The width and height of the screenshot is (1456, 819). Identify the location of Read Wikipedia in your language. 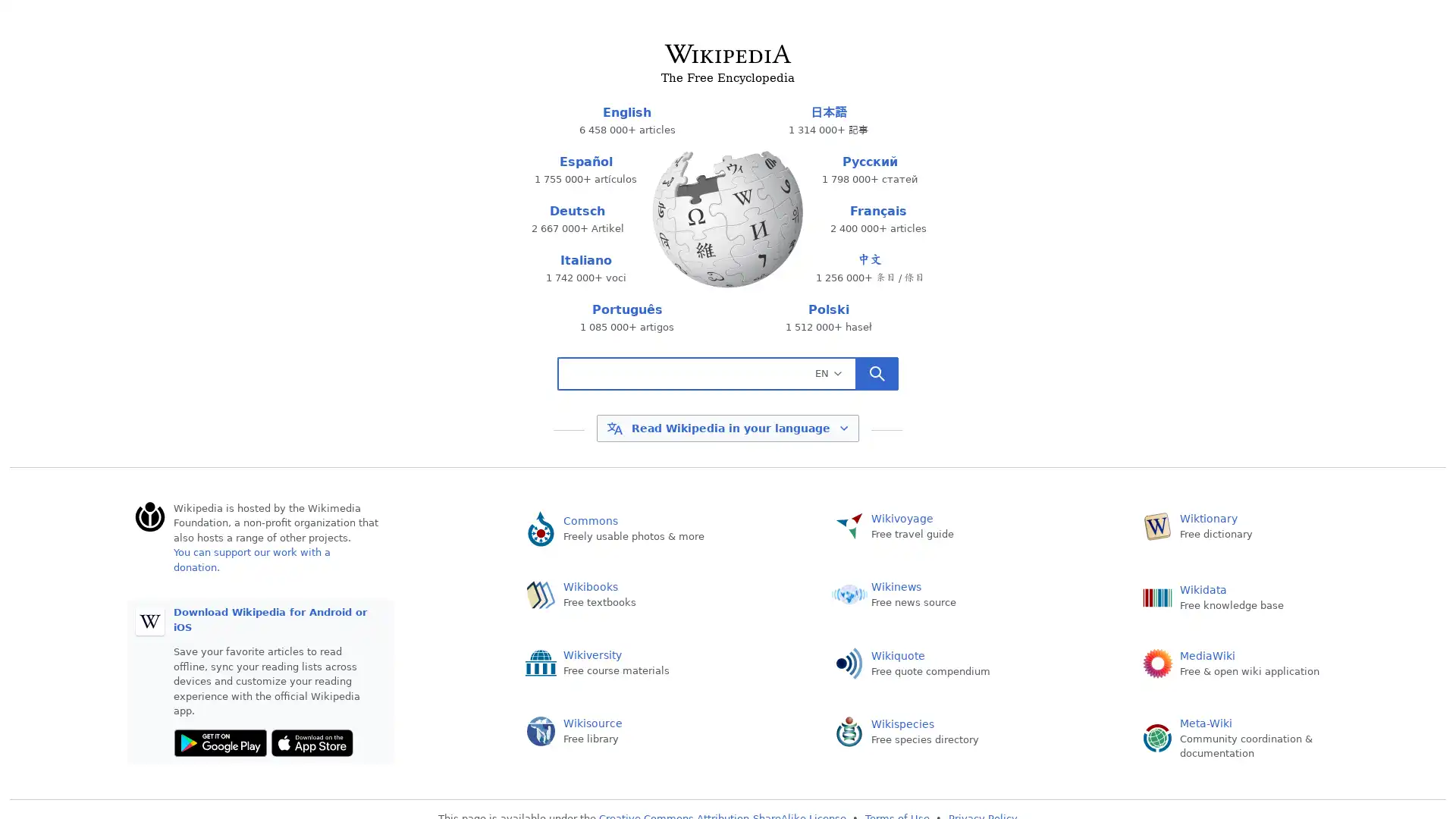
(726, 427).